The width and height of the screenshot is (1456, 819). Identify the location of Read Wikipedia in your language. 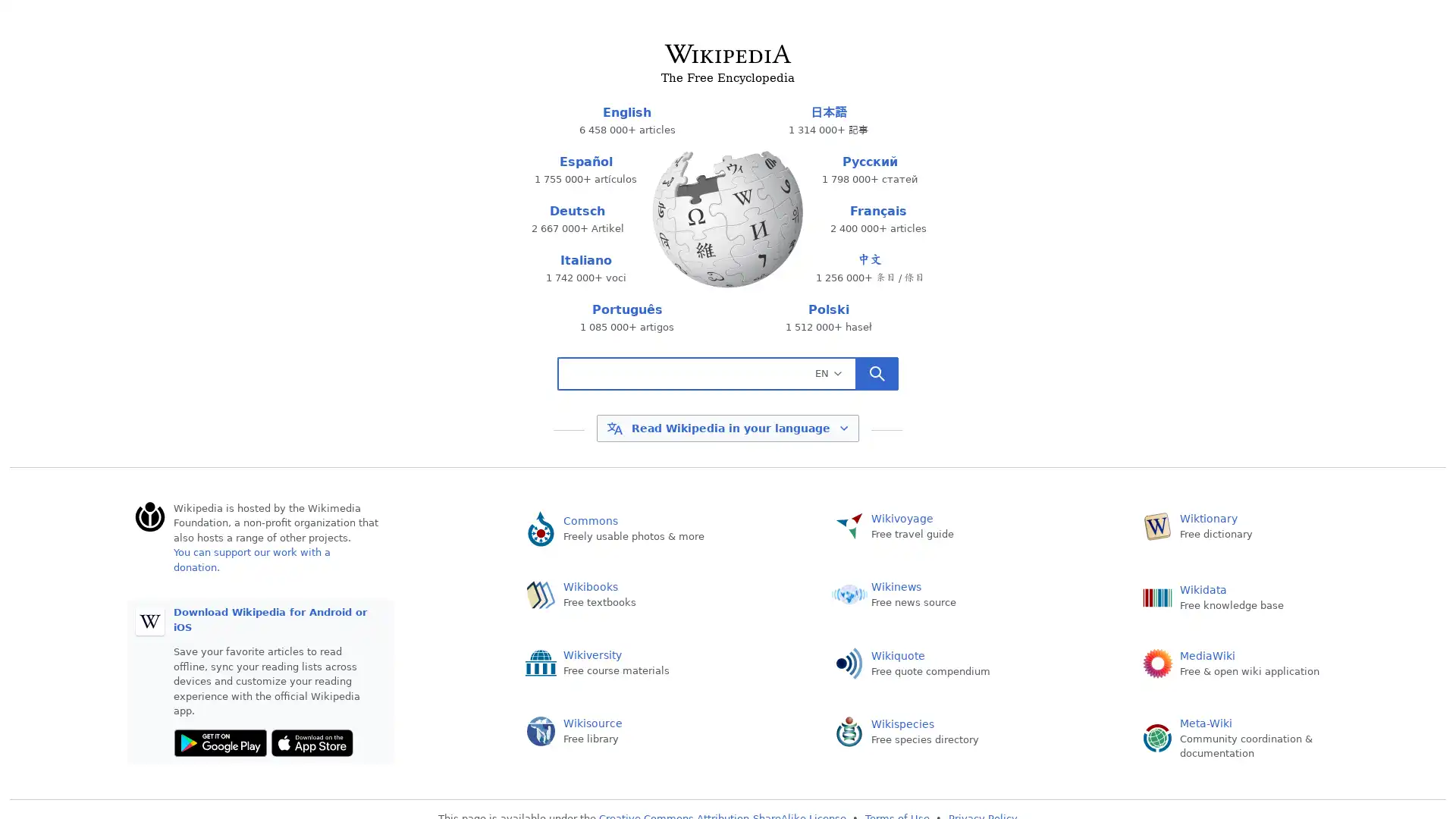
(726, 427).